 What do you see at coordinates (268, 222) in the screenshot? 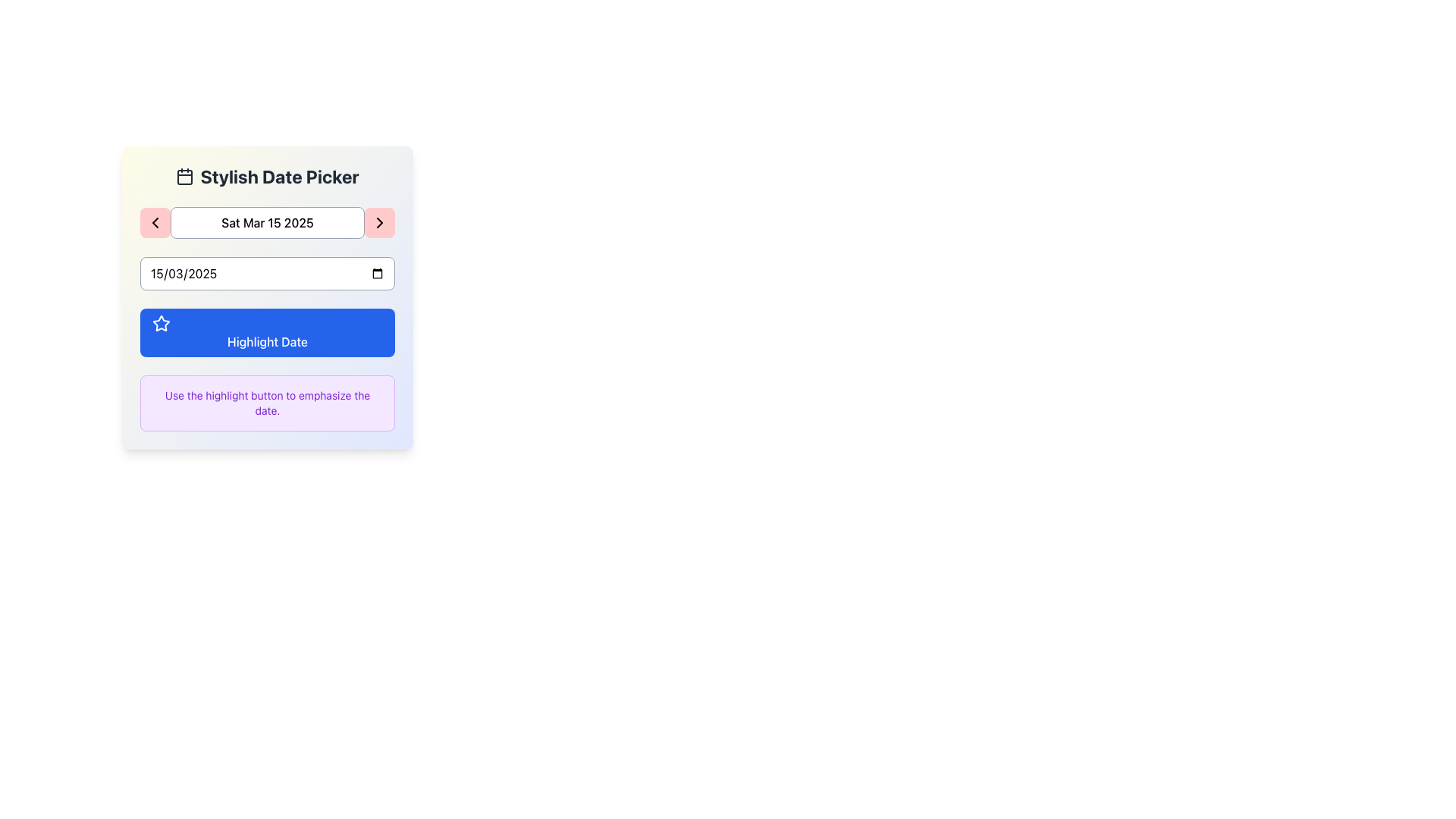
I see `the displayed date on the Informational Display showing 'Sat Mar 15 2025' in the Stylish Date Picker interface` at bounding box center [268, 222].